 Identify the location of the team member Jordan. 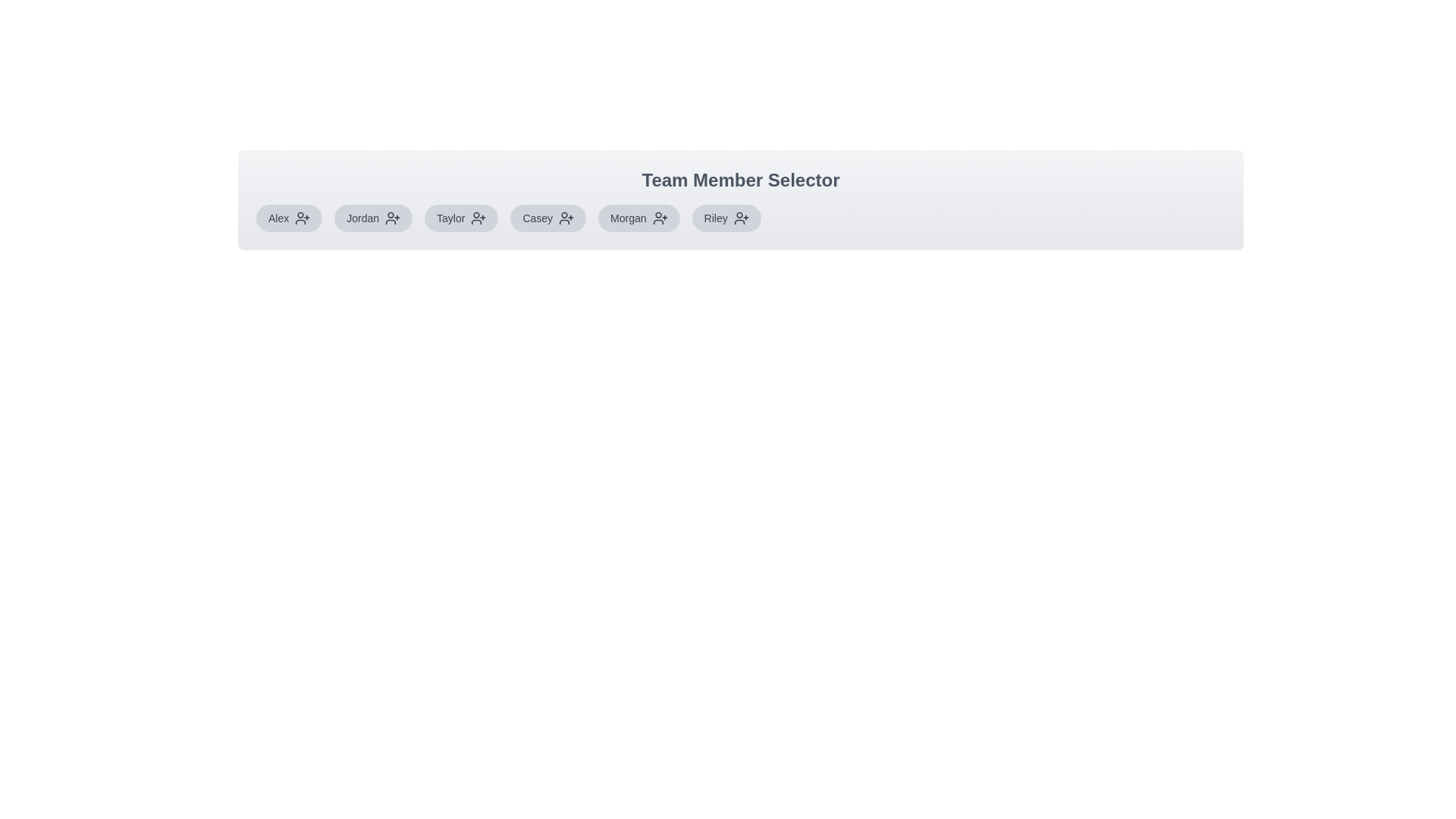
(372, 218).